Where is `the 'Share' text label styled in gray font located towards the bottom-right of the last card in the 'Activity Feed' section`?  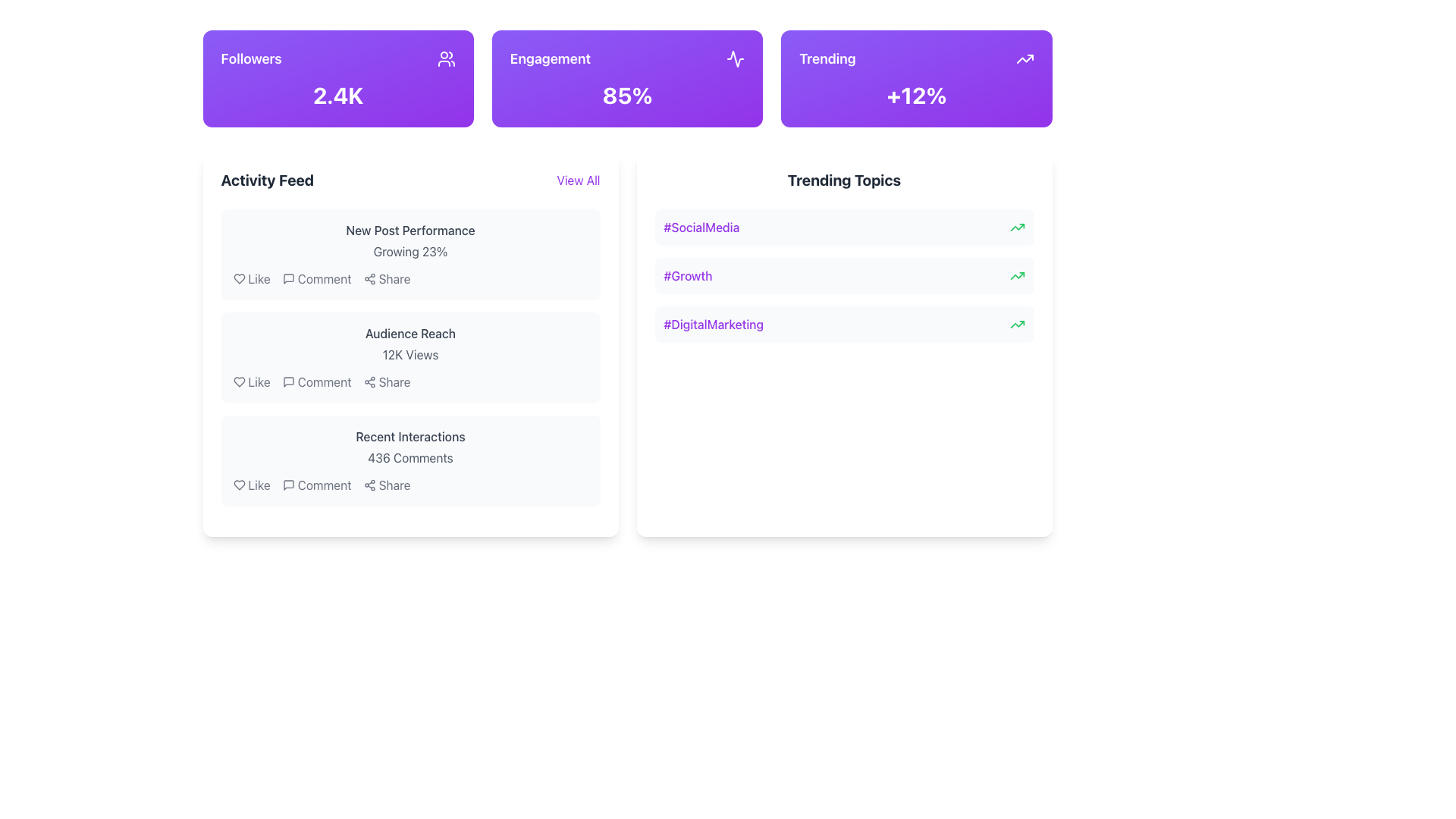
the 'Share' text label styled in gray font located towards the bottom-right of the last card in the 'Activity Feed' section is located at coordinates (394, 485).